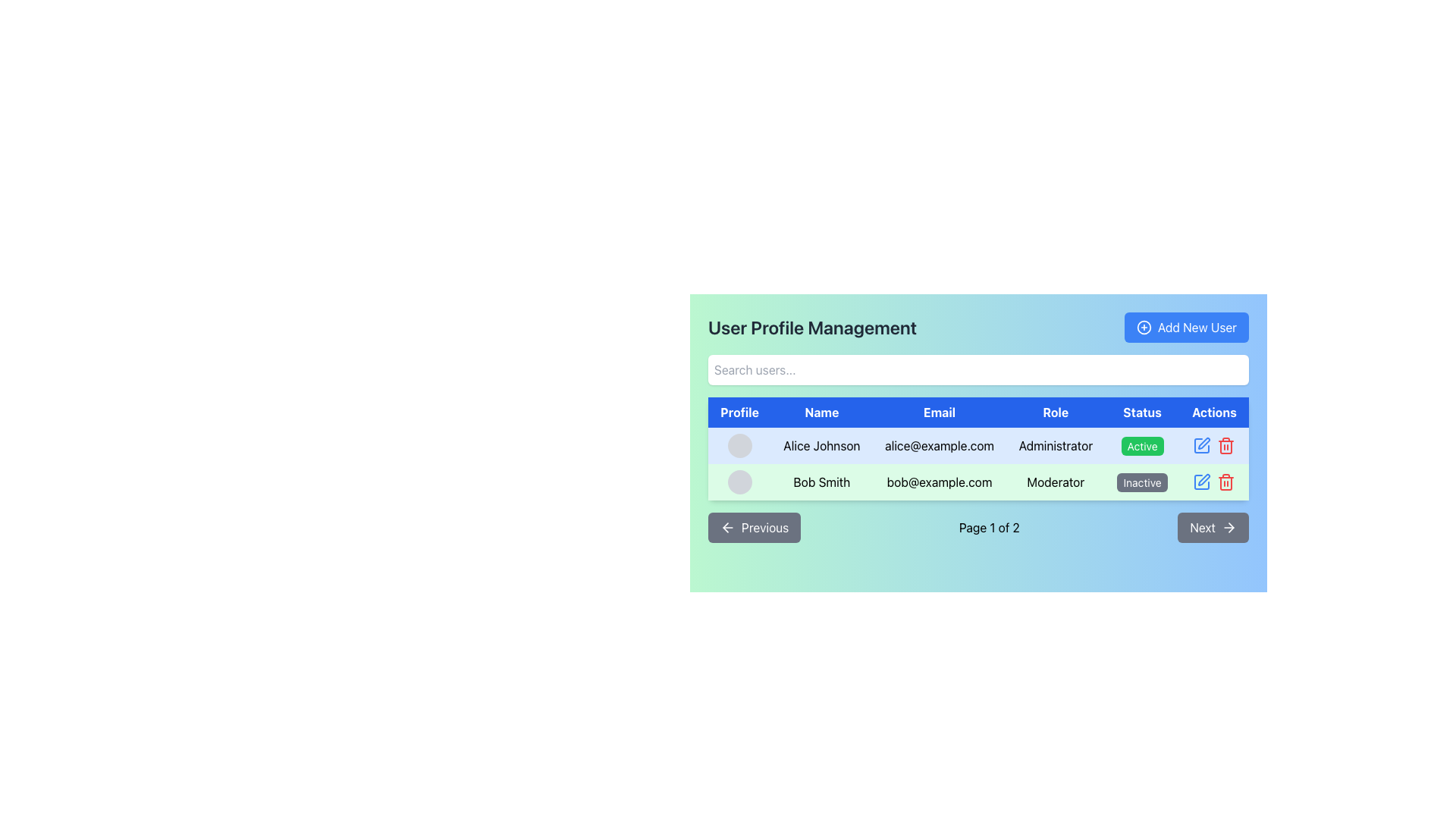 This screenshot has height=819, width=1456. What do you see at coordinates (1142, 482) in the screenshot?
I see `the 'Inactive' button in the user management table, which has rounded corners and white text on a dark gray background` at bounding box center [1142, 482].